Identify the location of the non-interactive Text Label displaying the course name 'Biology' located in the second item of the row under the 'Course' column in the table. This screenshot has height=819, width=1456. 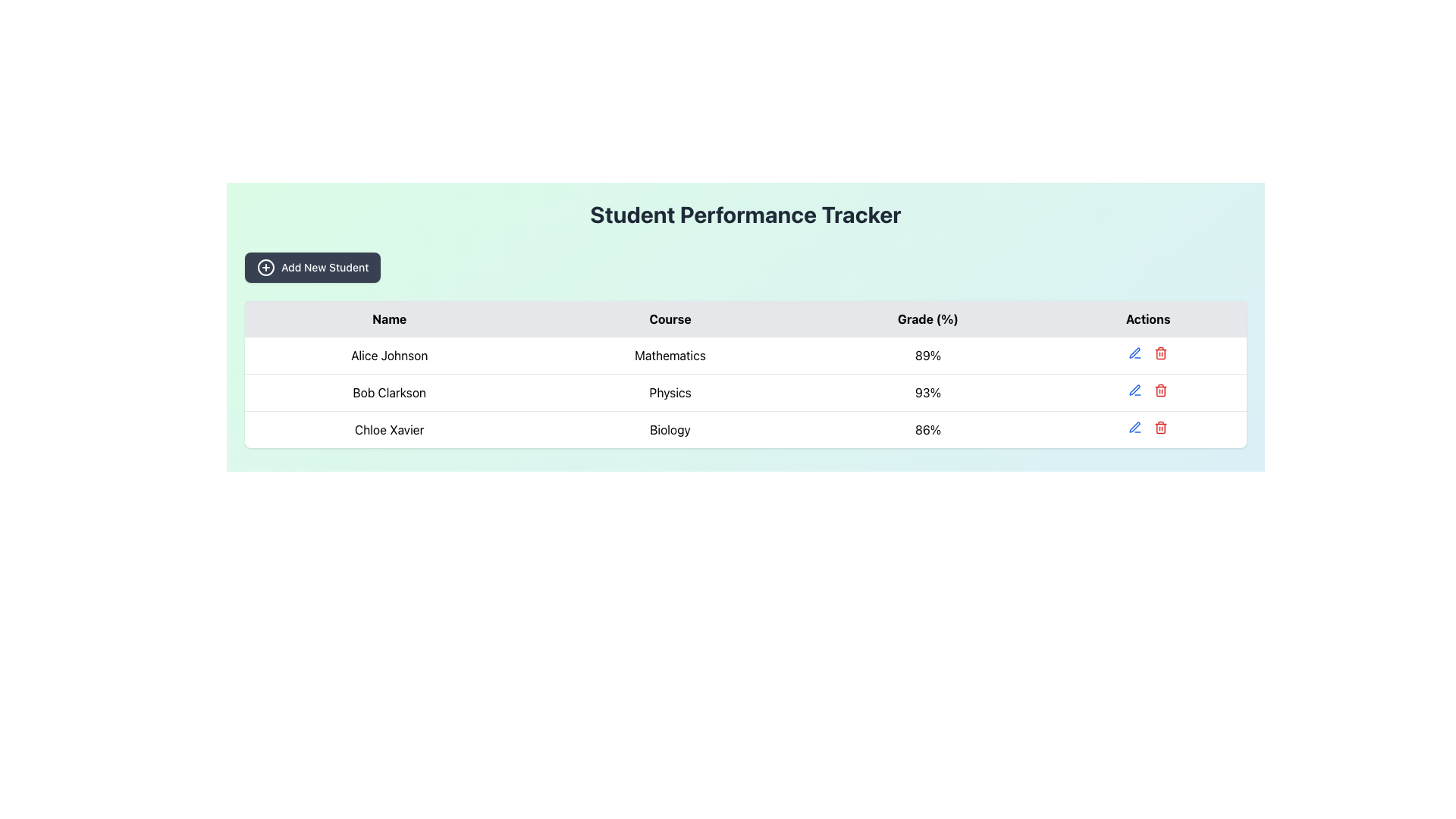
(669, 429).